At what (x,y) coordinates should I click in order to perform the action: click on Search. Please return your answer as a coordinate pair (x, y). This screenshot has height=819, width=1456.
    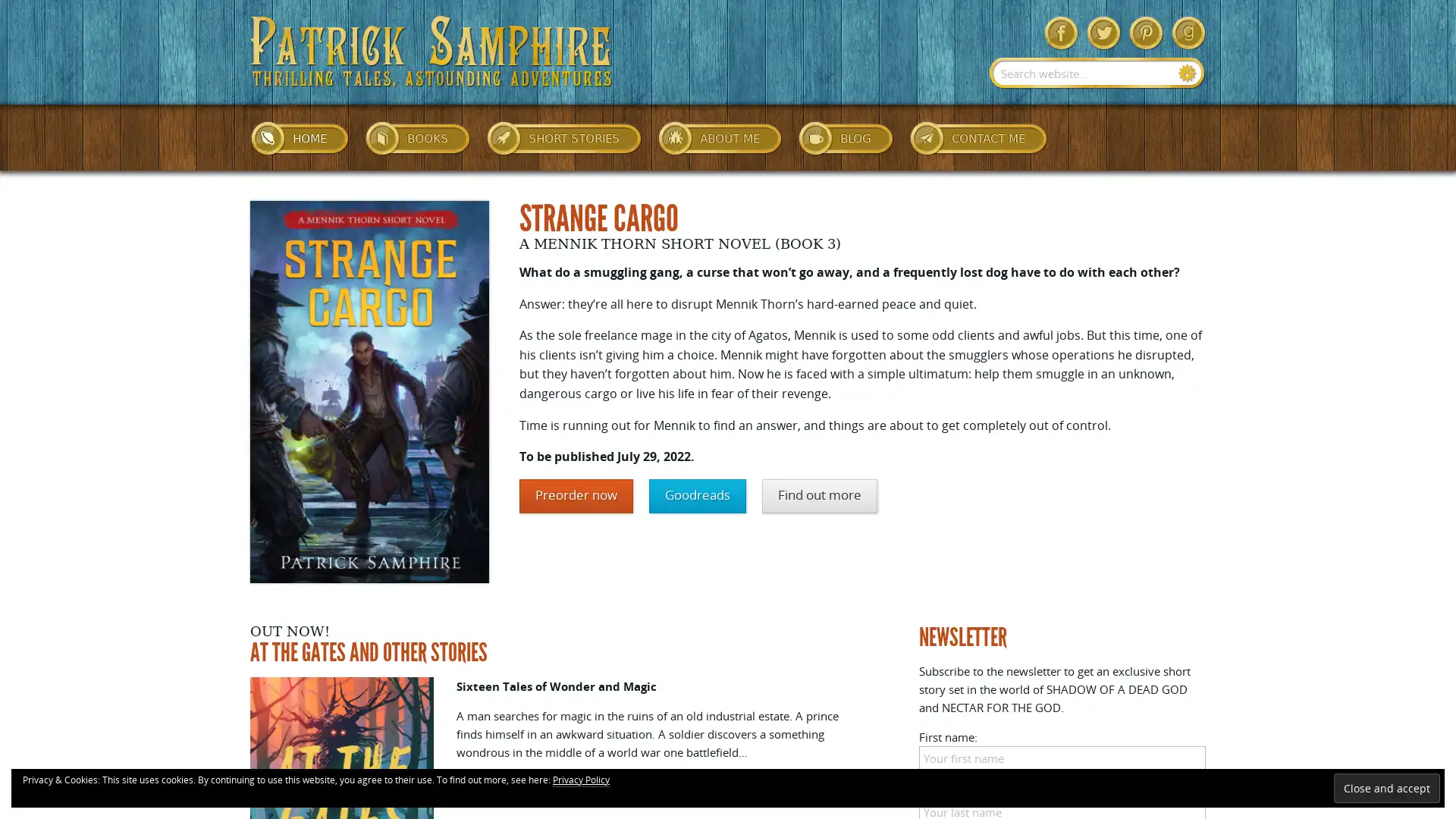
    Looking at the image, I should click on (1187, 73).